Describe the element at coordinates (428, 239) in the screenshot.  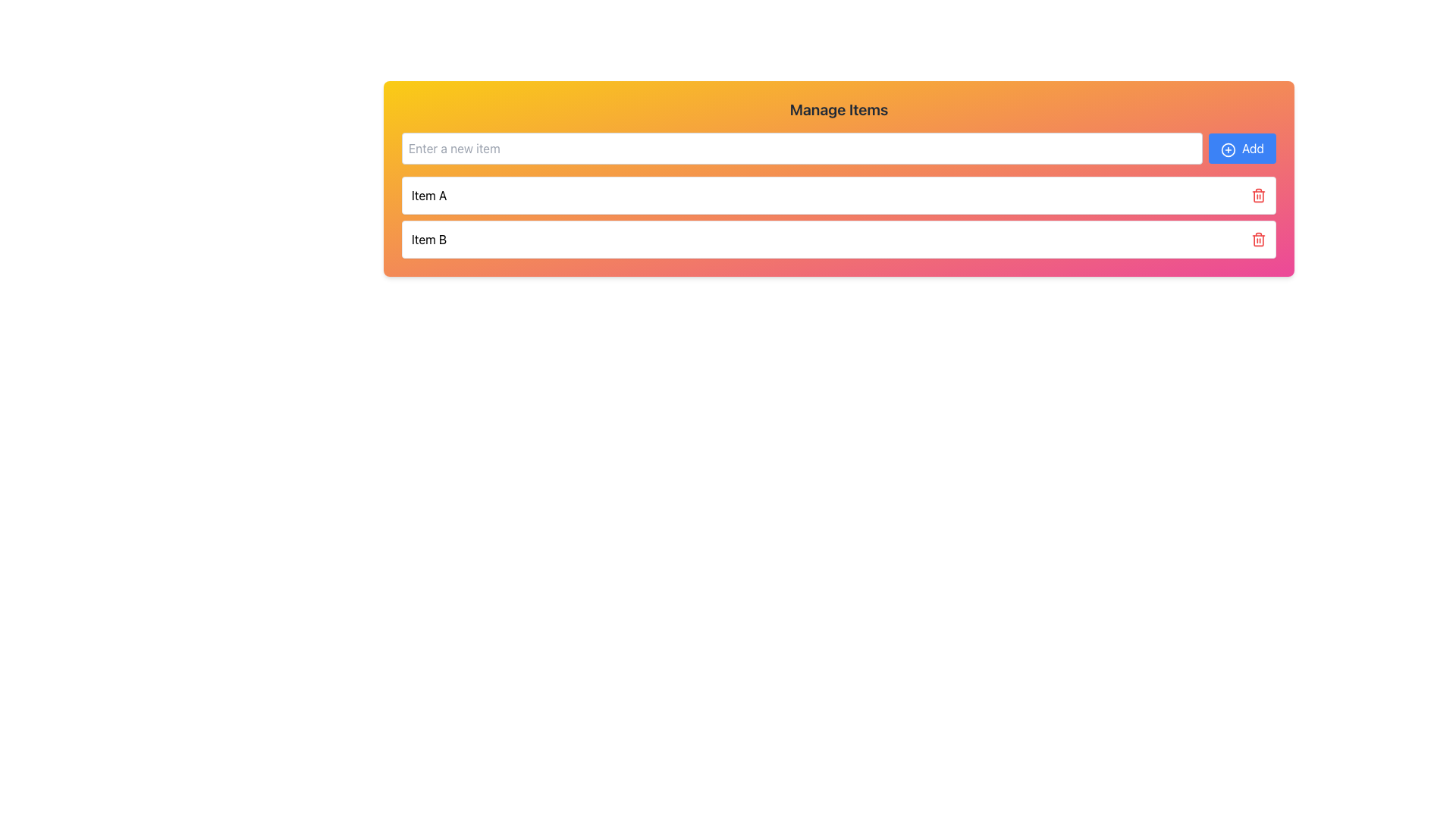
I see `the text label 'Item B' located within the second list item card under the title 'Manage Items'` at that location.